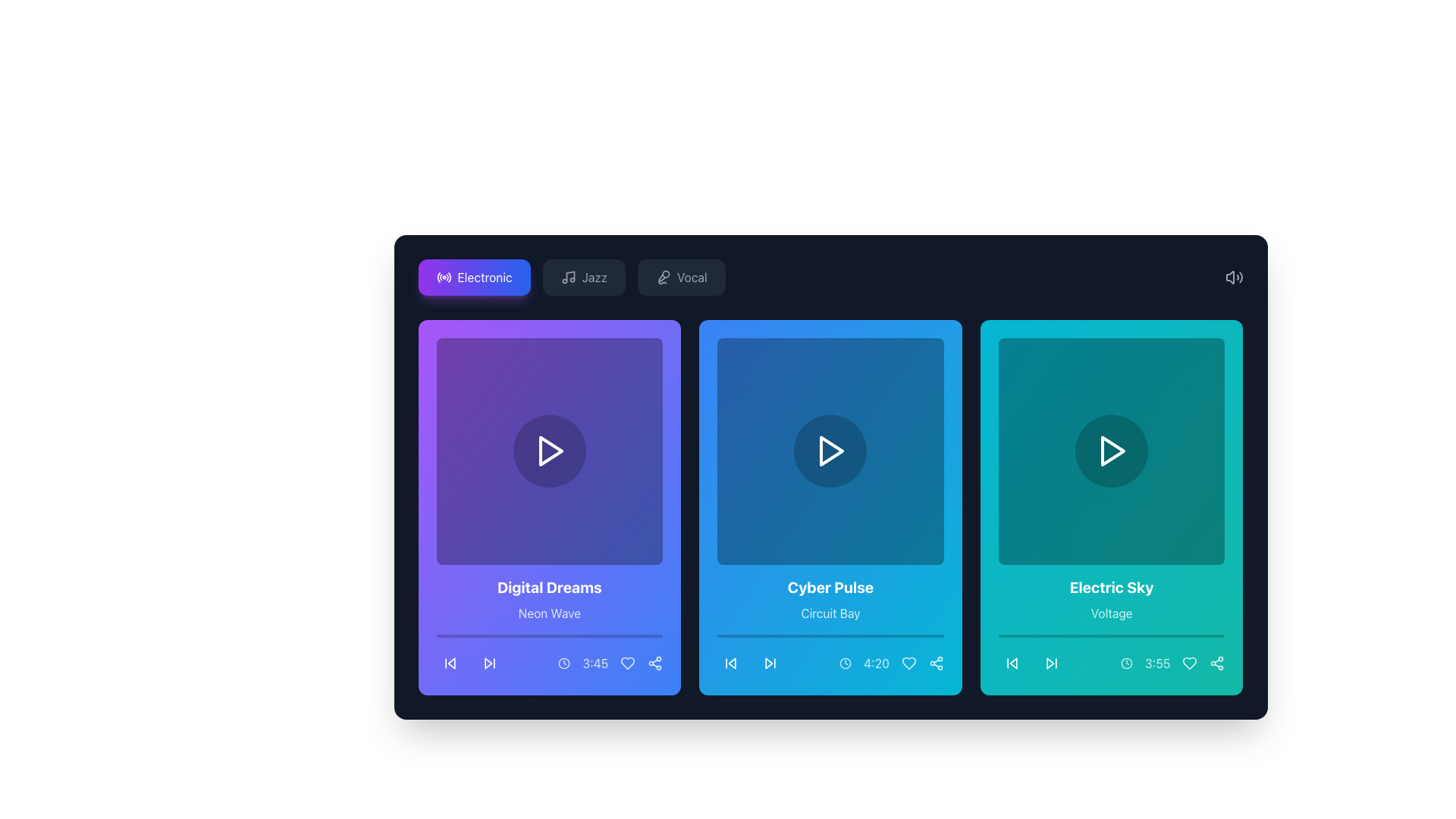 This screenshot has height=819, width=1456. I want to click on the text label displaying the duration or time associated with the media content at the bottom-center of the 'Cyber Pulse' card, so click(892, 662).